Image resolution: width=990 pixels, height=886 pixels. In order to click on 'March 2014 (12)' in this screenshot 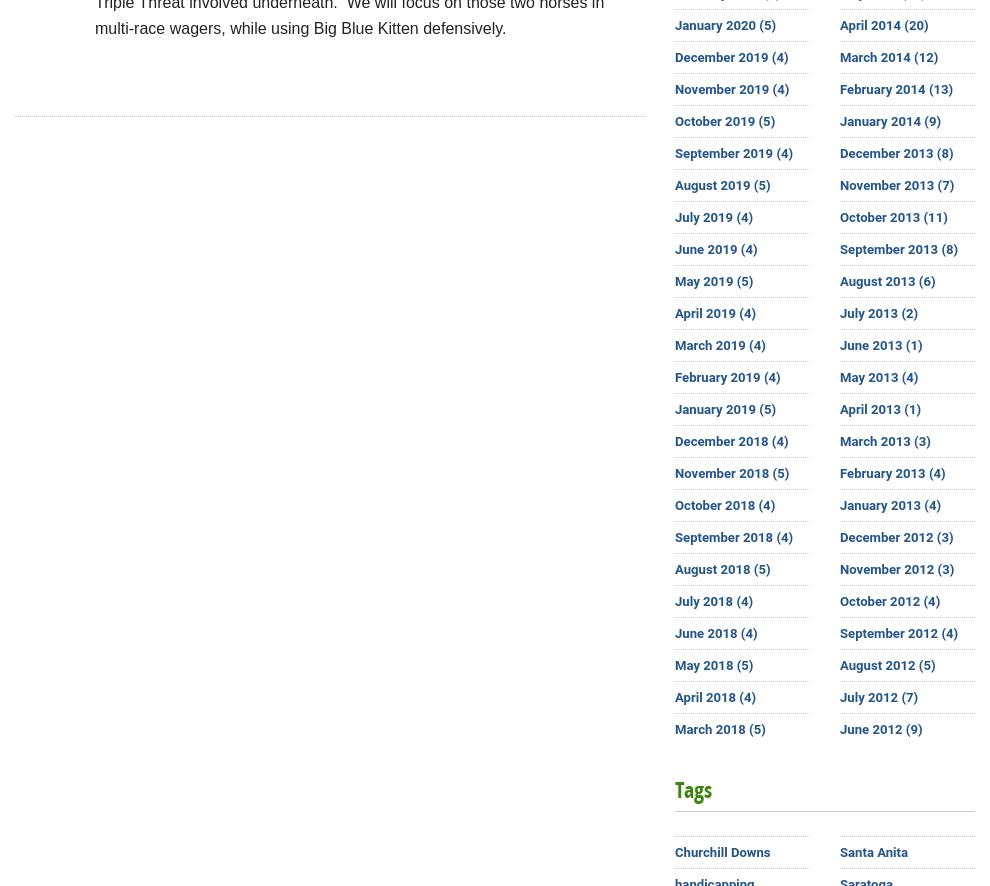, I will do `click(889, 56)`.